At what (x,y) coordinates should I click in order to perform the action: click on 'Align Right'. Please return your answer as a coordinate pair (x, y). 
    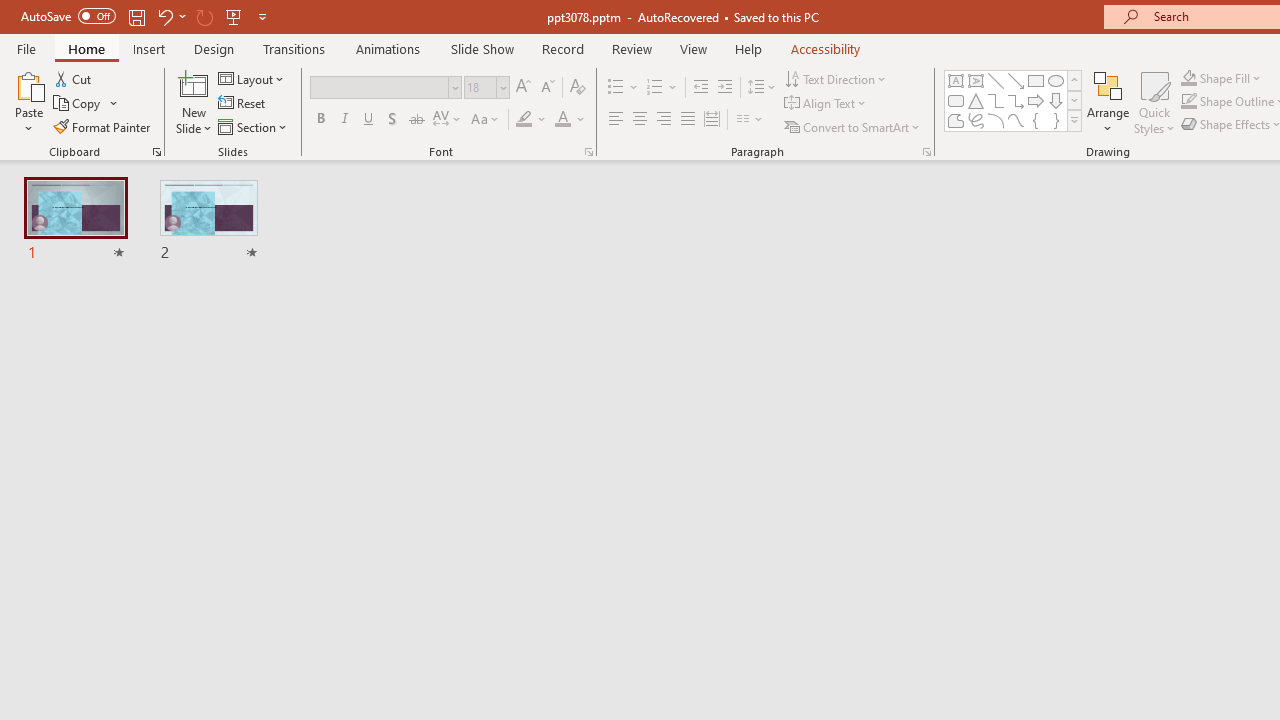
    Looking at the image, I should click on (663, 119).